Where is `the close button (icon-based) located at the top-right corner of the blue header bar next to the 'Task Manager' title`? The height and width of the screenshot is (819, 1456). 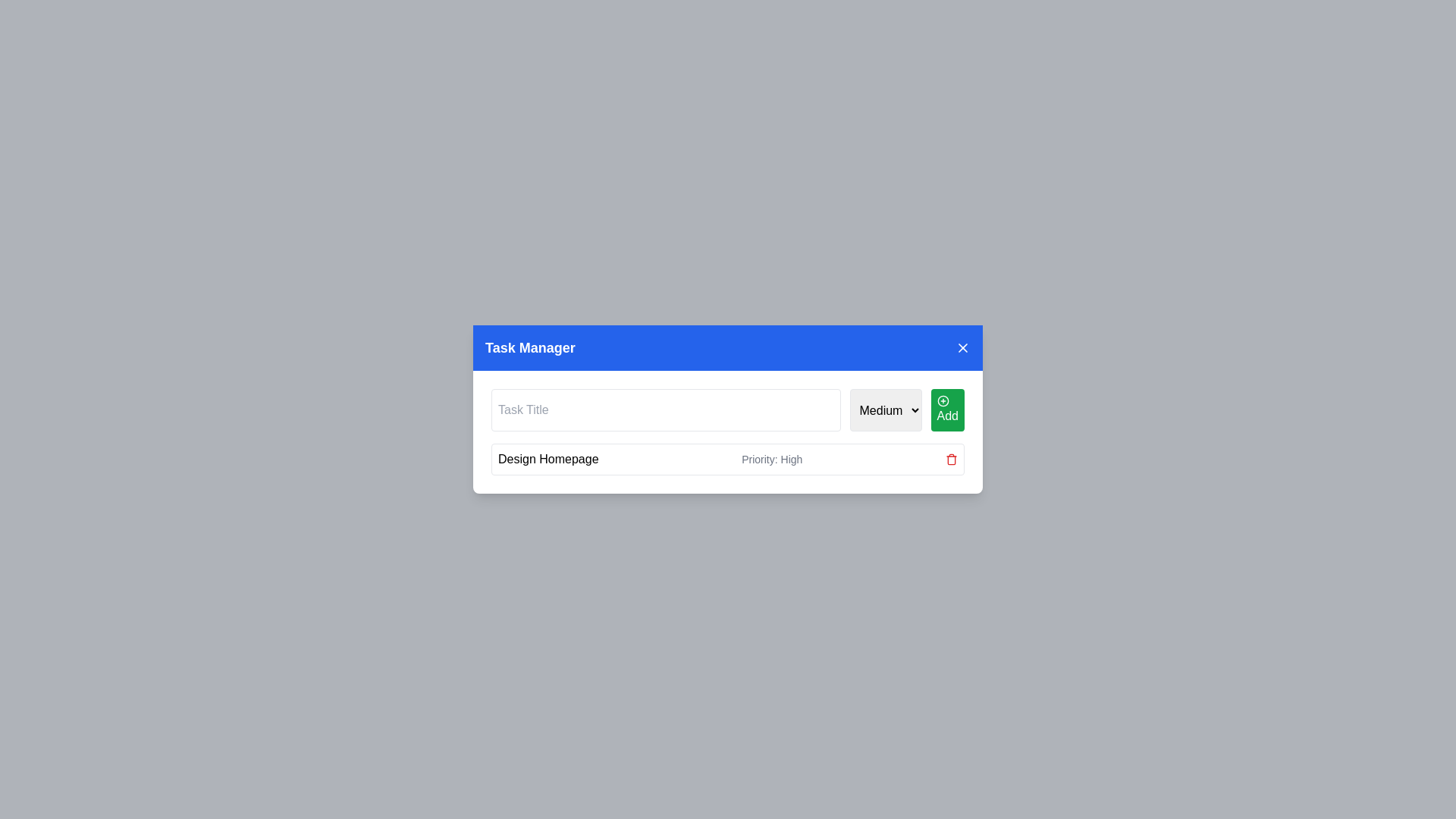 the close button (icon-based) located at the top-right corner of the blue header bar next to the 'Task Manager' title is located at coordinates (962, 348).